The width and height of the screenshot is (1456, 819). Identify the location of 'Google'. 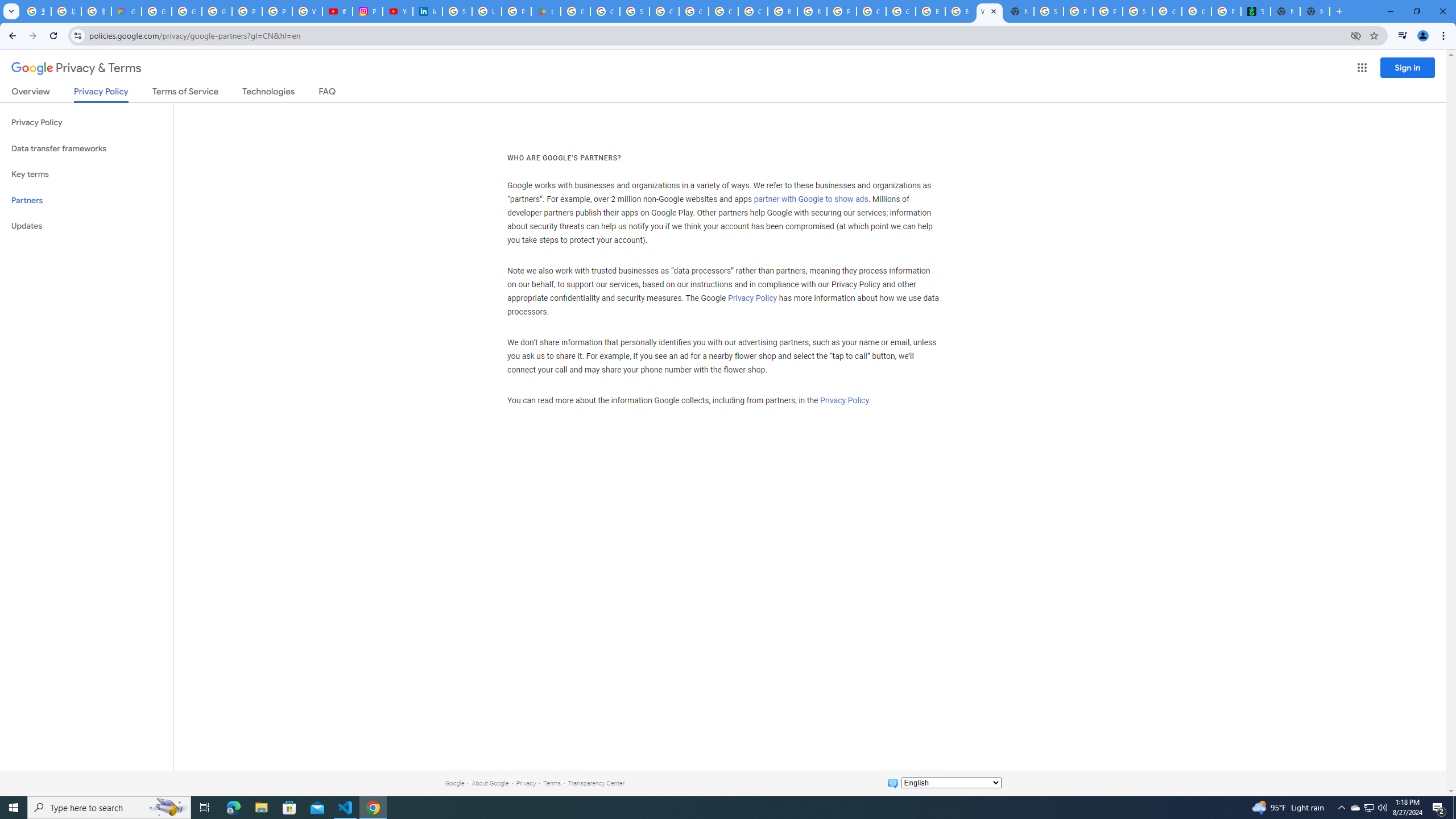
(454, 783).